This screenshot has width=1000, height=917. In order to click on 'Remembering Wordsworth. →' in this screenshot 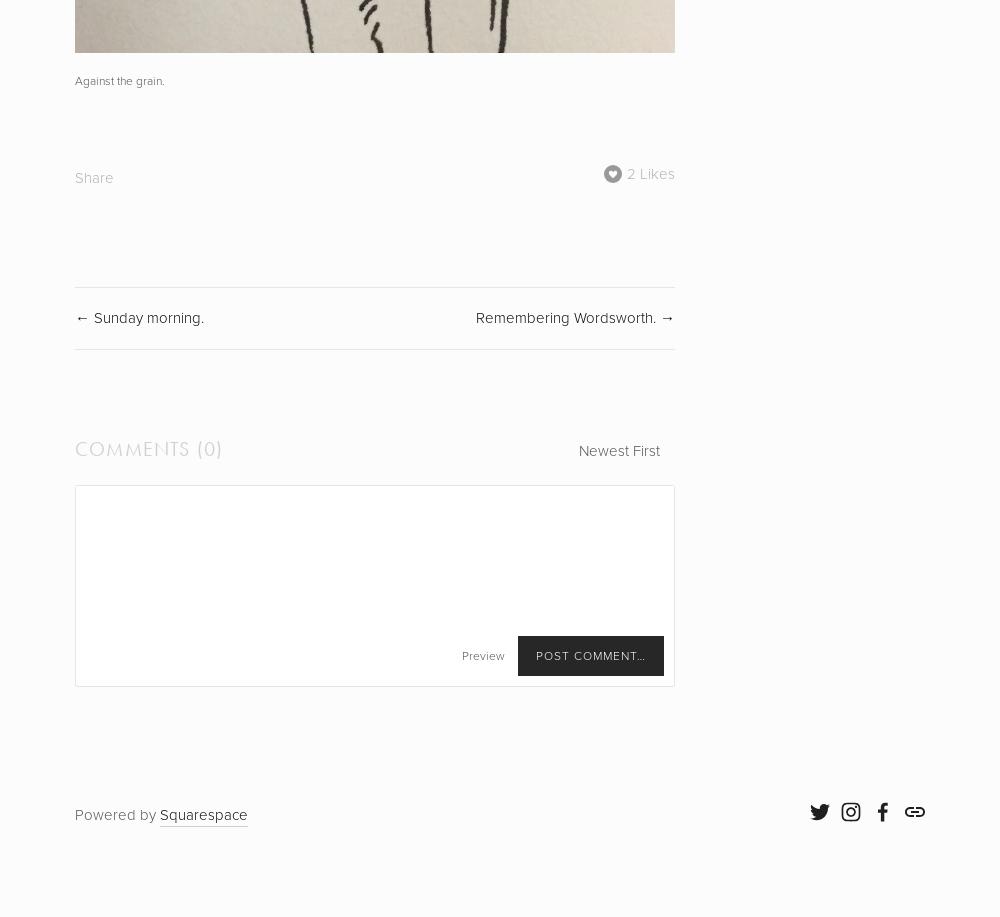, I will do `click(475, 318)`.